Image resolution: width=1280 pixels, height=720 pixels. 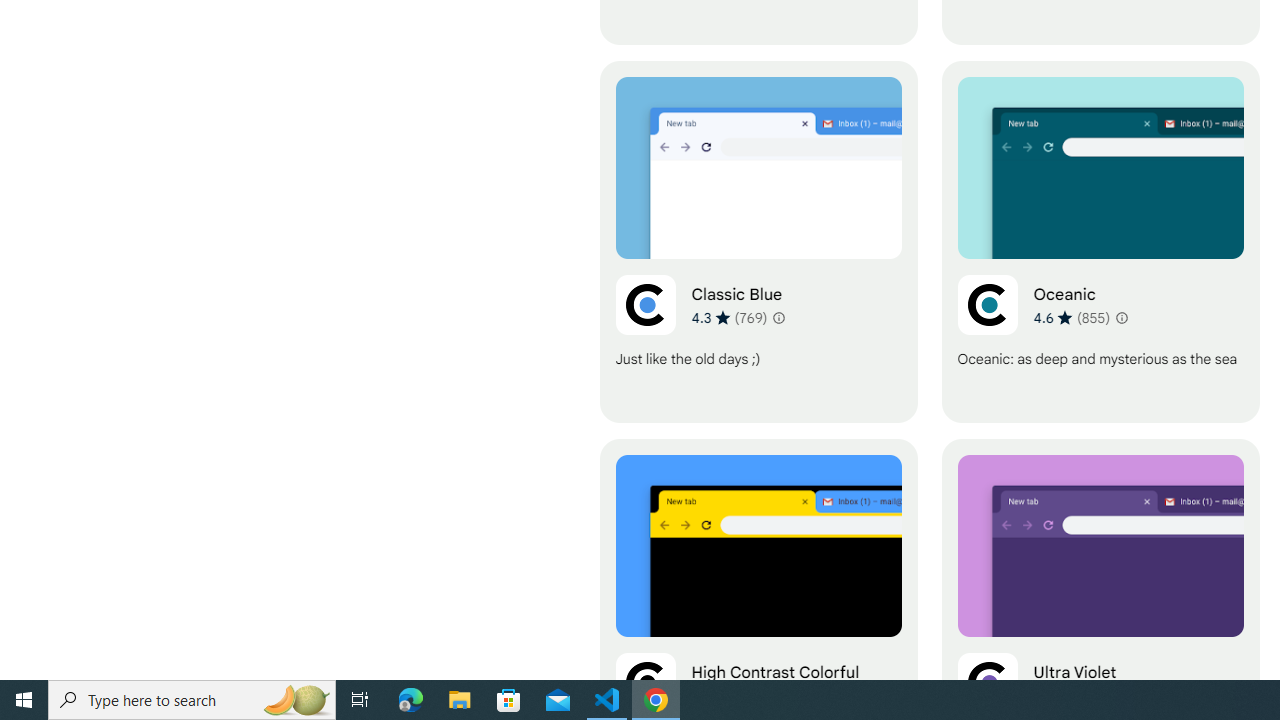 What do you see at coordinates (777, 316) in the screenshot?
I see `'Learn more about results and reviews "Classic Blue"'` at bounding box center [777, 316].